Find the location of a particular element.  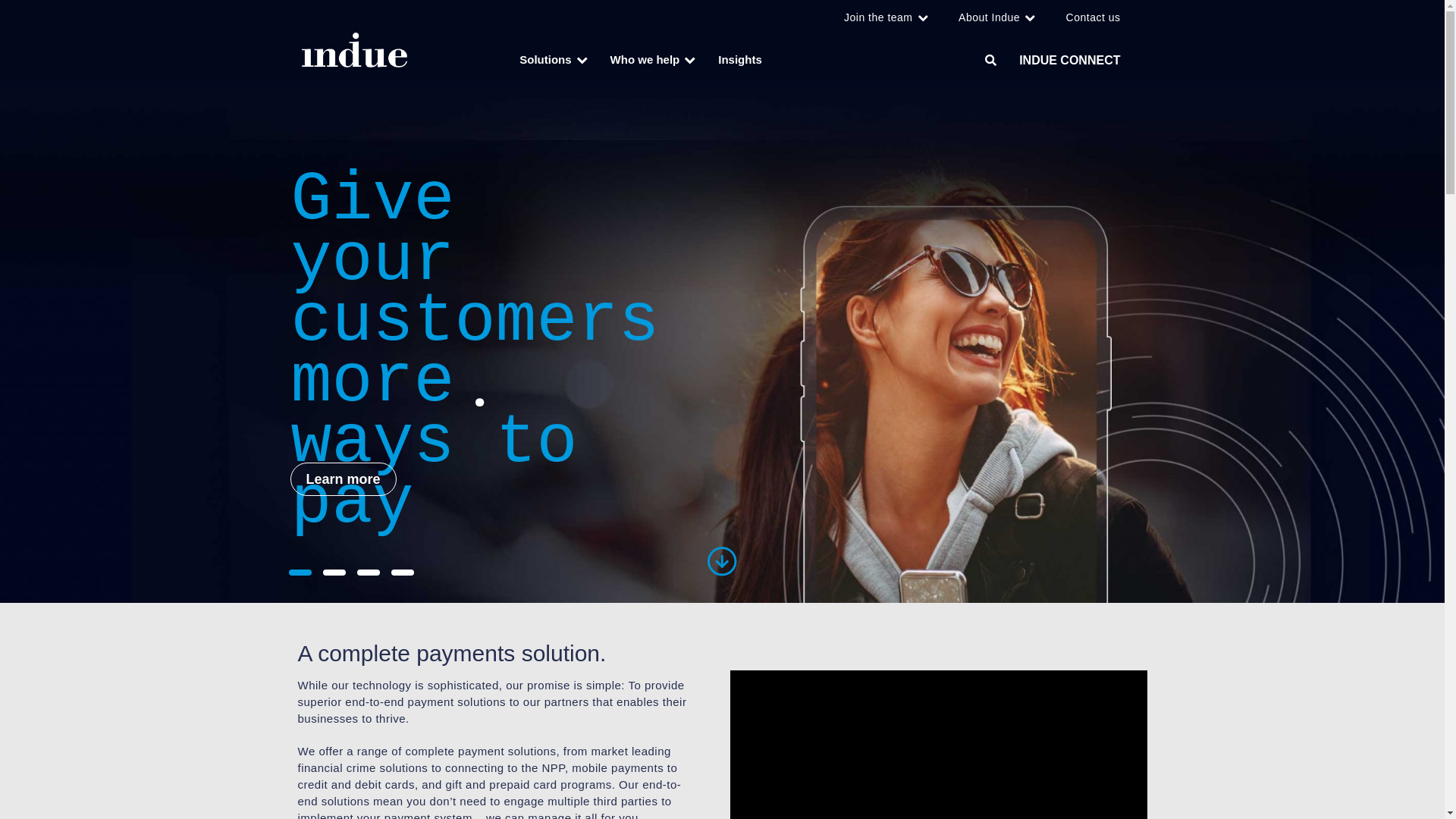

'INDUE CONNECT' is located at coordinates (1068, 59).